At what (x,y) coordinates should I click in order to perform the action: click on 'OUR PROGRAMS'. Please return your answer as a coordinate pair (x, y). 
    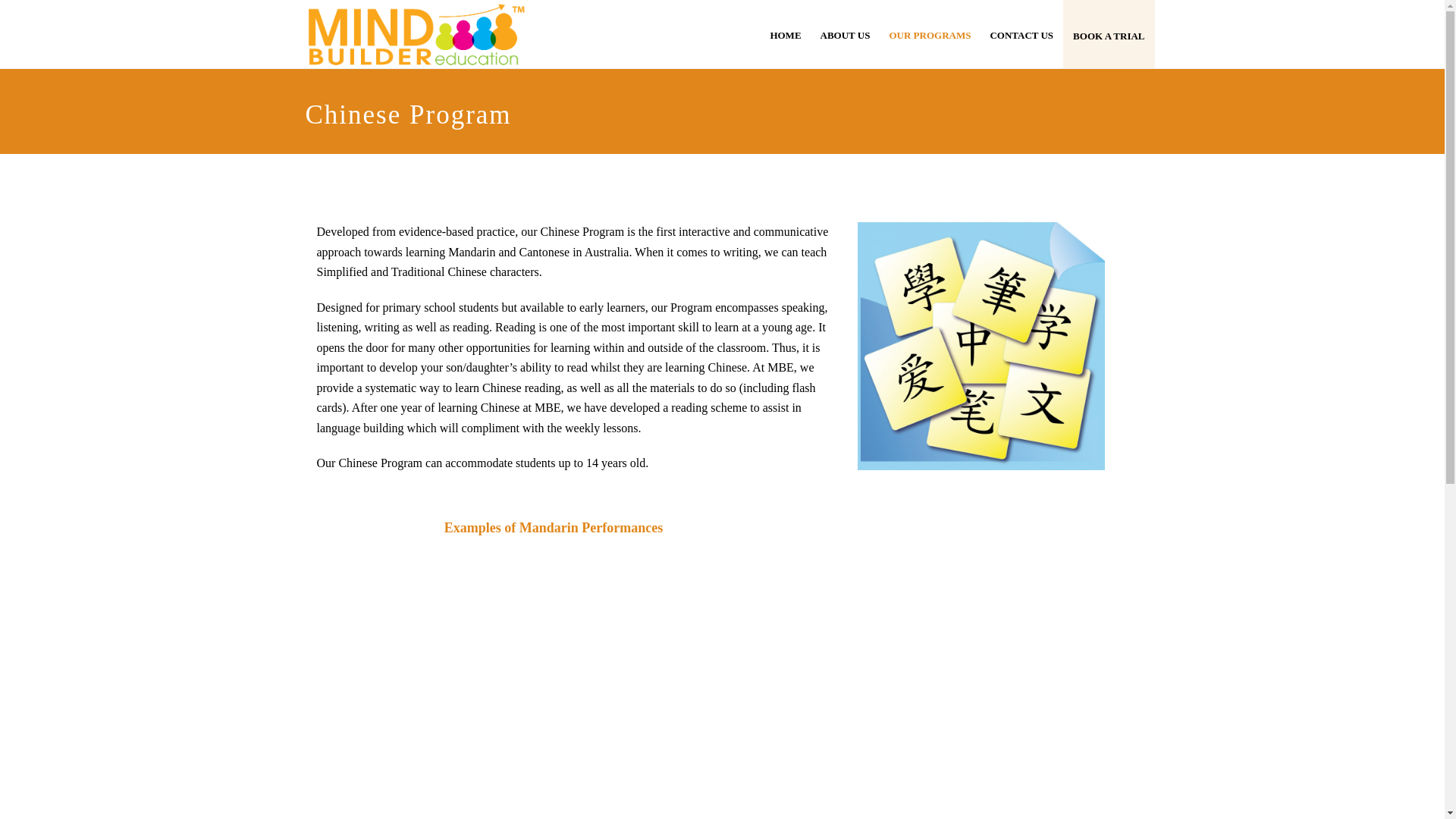
    Looking at the image, I should click on (928, 34).